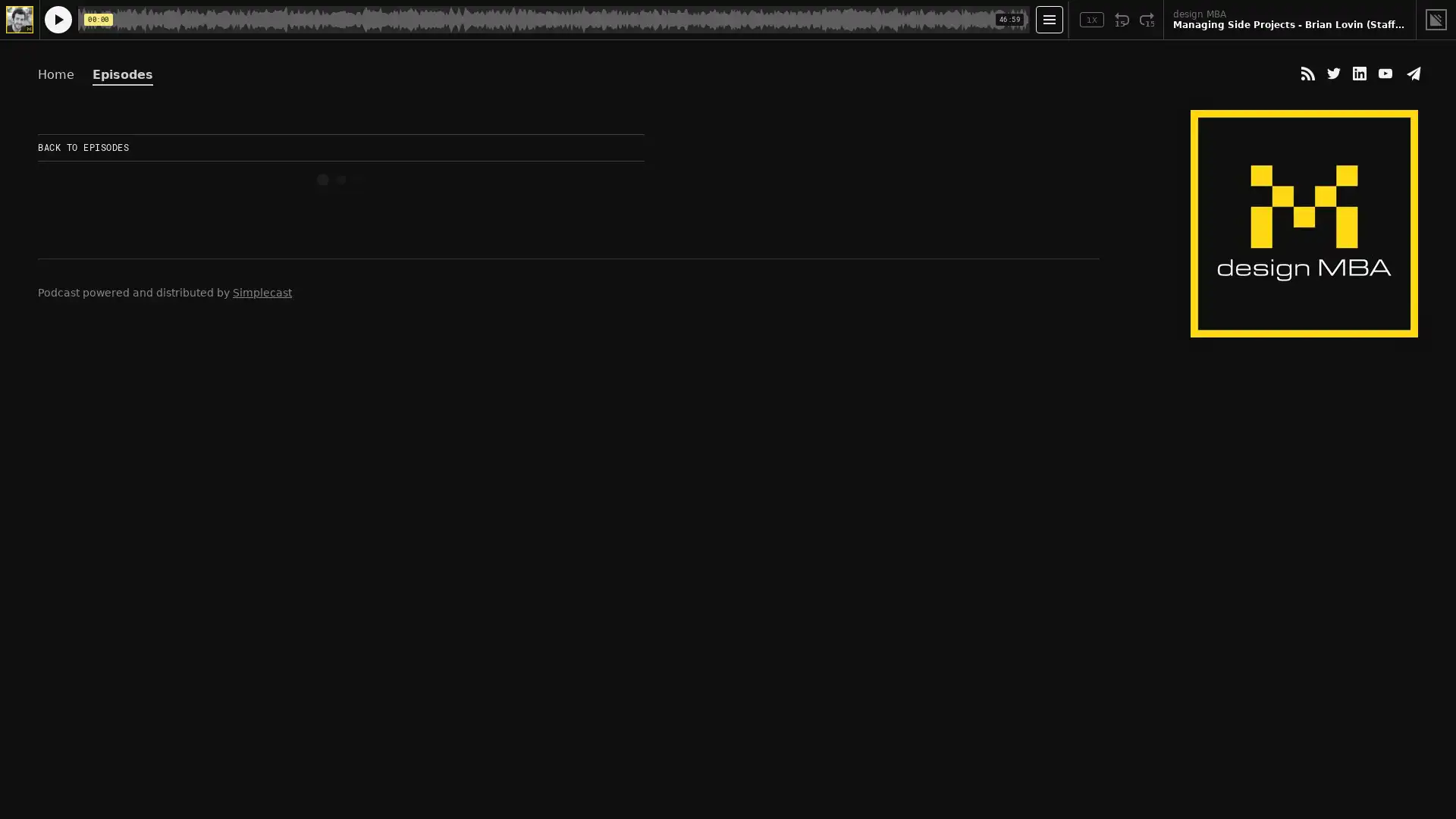 Image resolution: width=1456 pixels, height=819 pixels. I want to click on Fast Forward 15 Seconds, so click(1147, 20).